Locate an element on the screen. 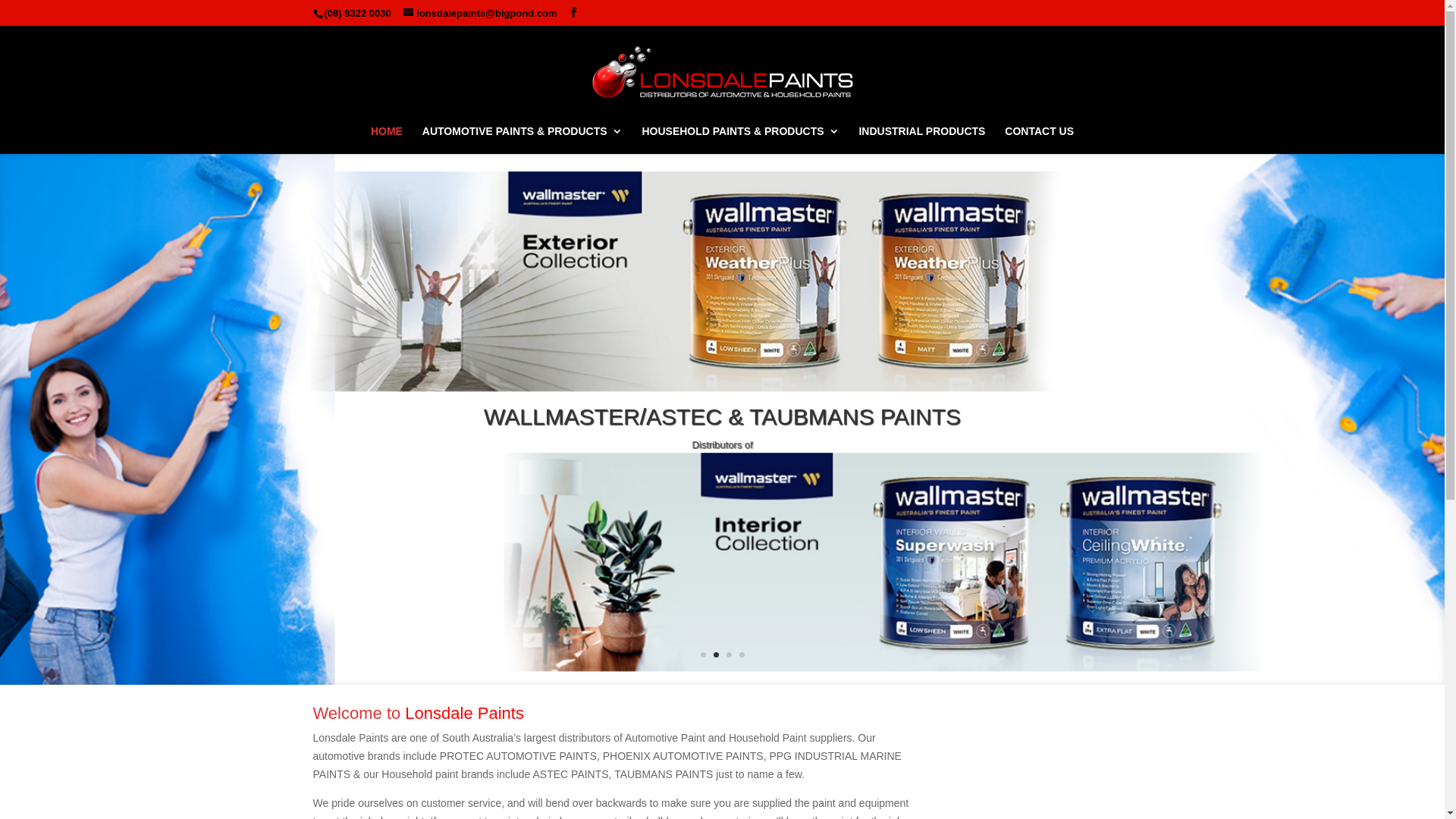 The width and height of the screenshot is (1456, 819). 'AUTOMOTIVE PAINTS & PRODUCTS' is located at coordinates (522, 140).